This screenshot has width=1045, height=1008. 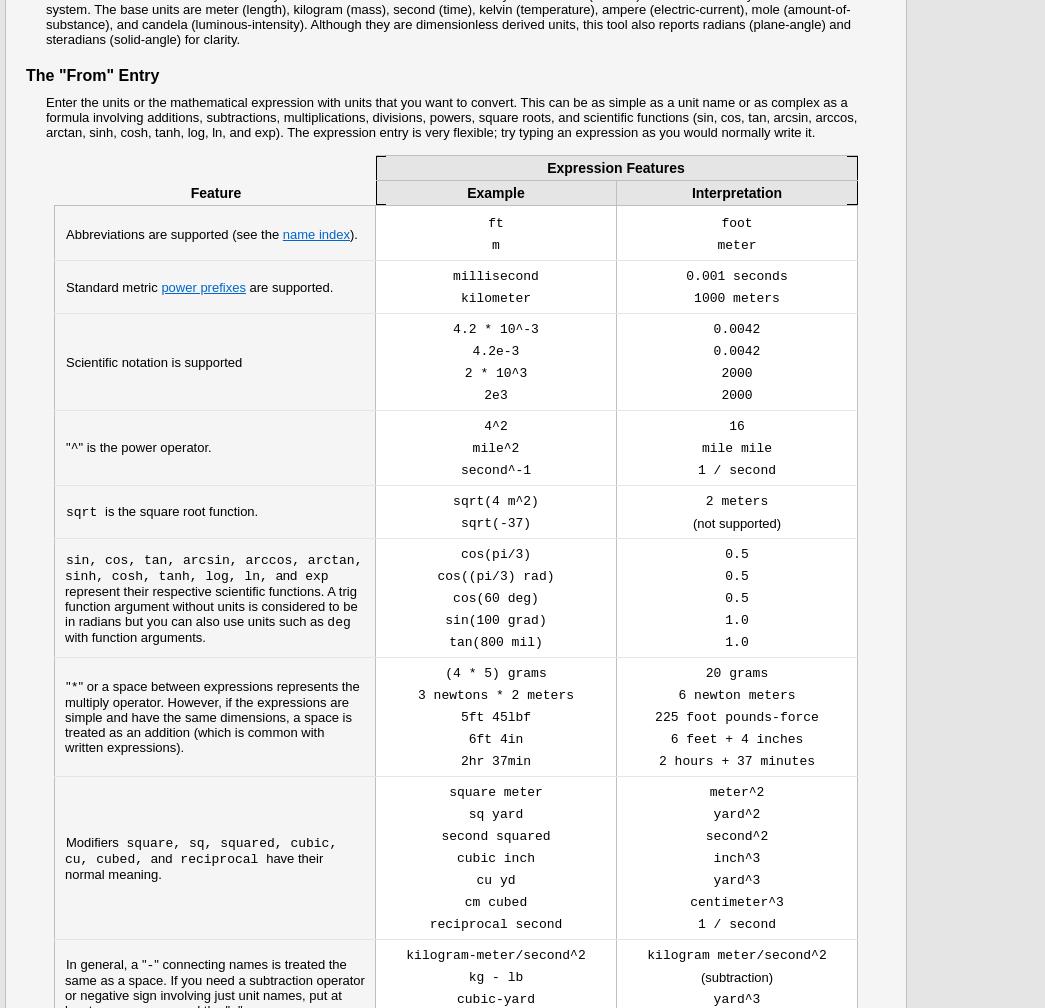 What do you see at coordinates (735, 836) in the screenshot?
I see `'second^2'` at bounding box center [735, 836].